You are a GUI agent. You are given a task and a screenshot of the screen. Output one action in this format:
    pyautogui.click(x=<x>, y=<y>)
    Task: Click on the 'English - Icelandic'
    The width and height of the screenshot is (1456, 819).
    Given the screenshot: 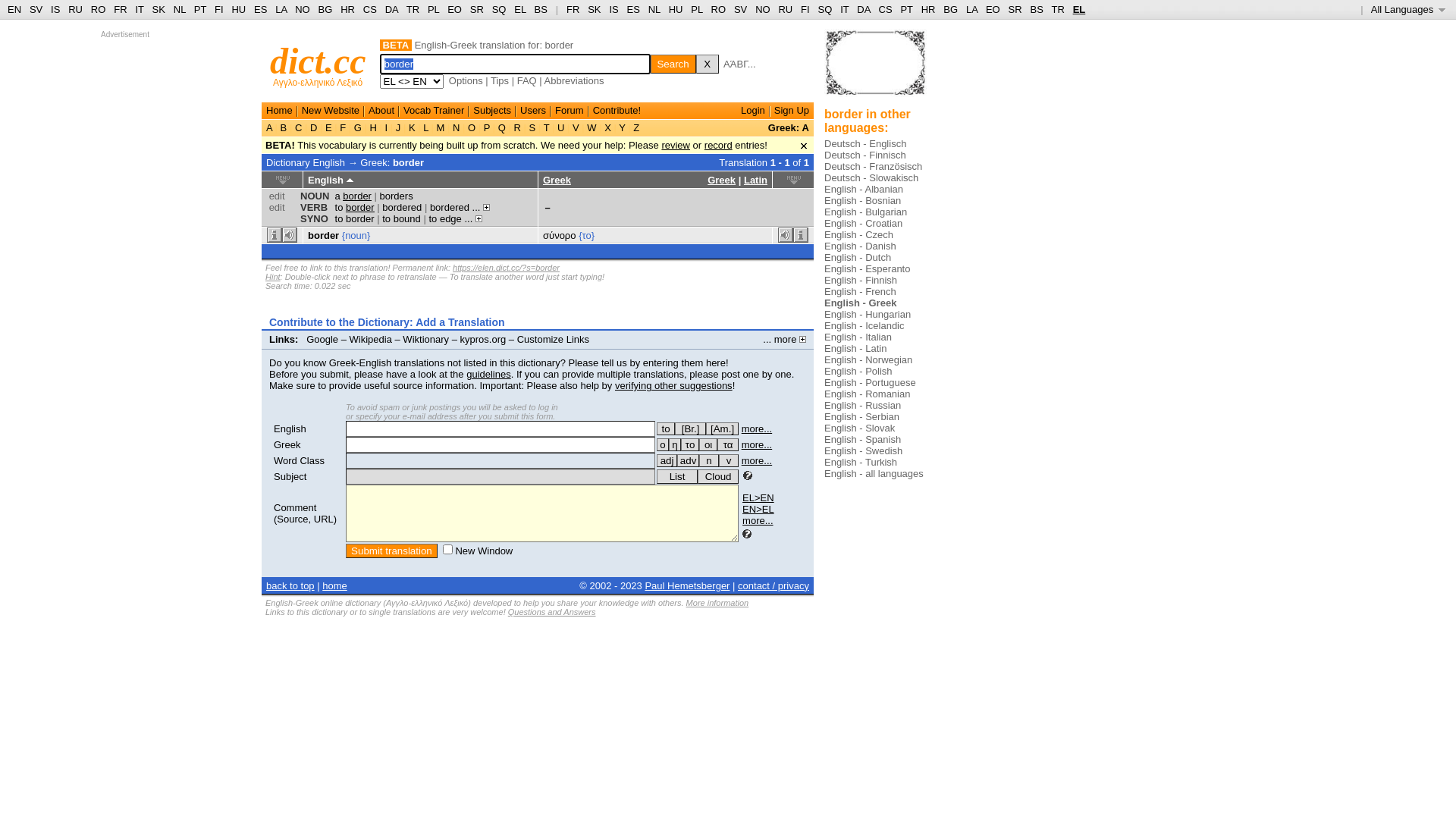 What is the action you would take?
    pyautogui.click(x=864, y=325)
    